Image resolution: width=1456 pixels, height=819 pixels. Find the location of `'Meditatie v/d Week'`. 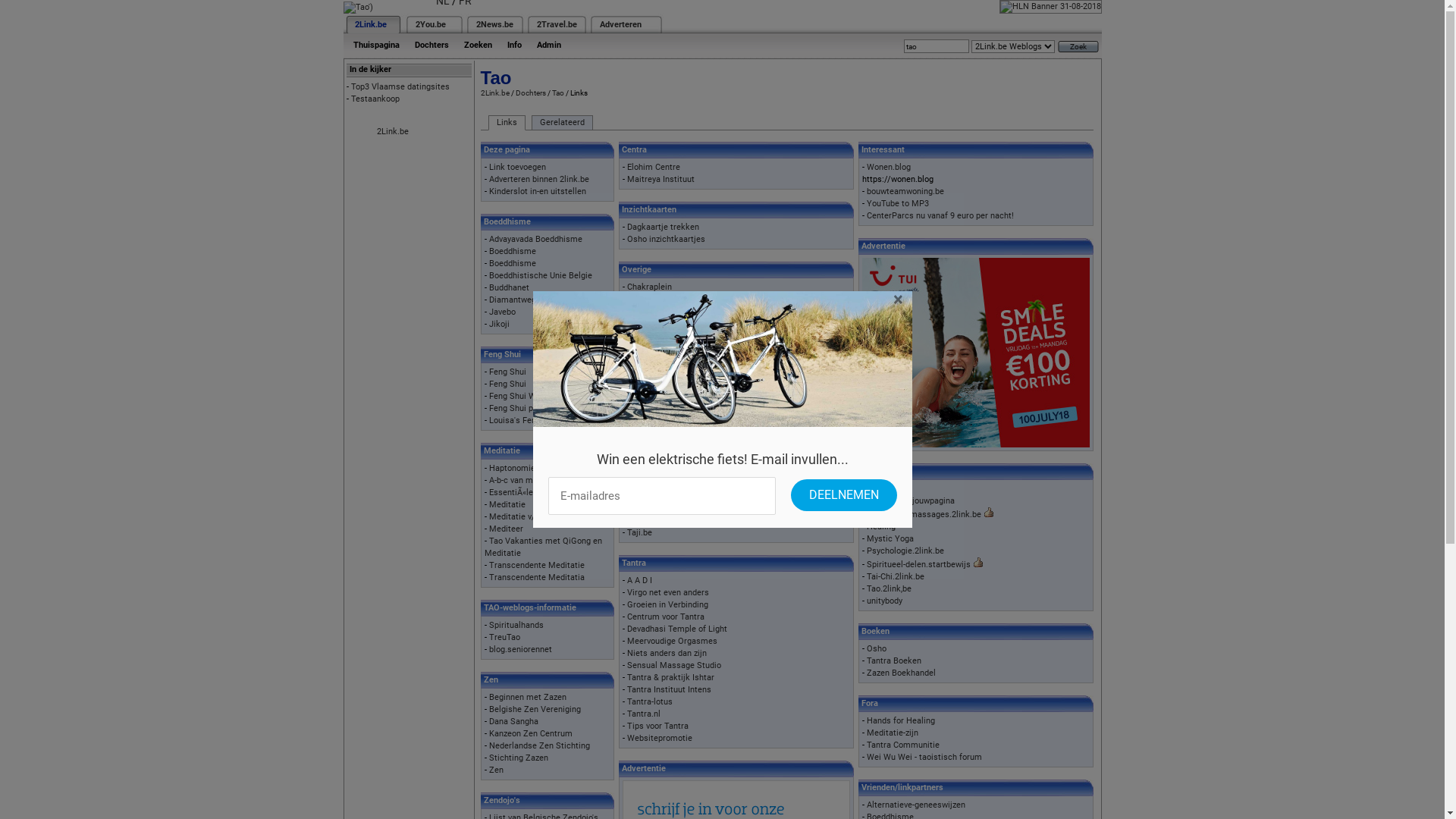

'Meditatie v/d Week' is located at coordinates (488, 516).